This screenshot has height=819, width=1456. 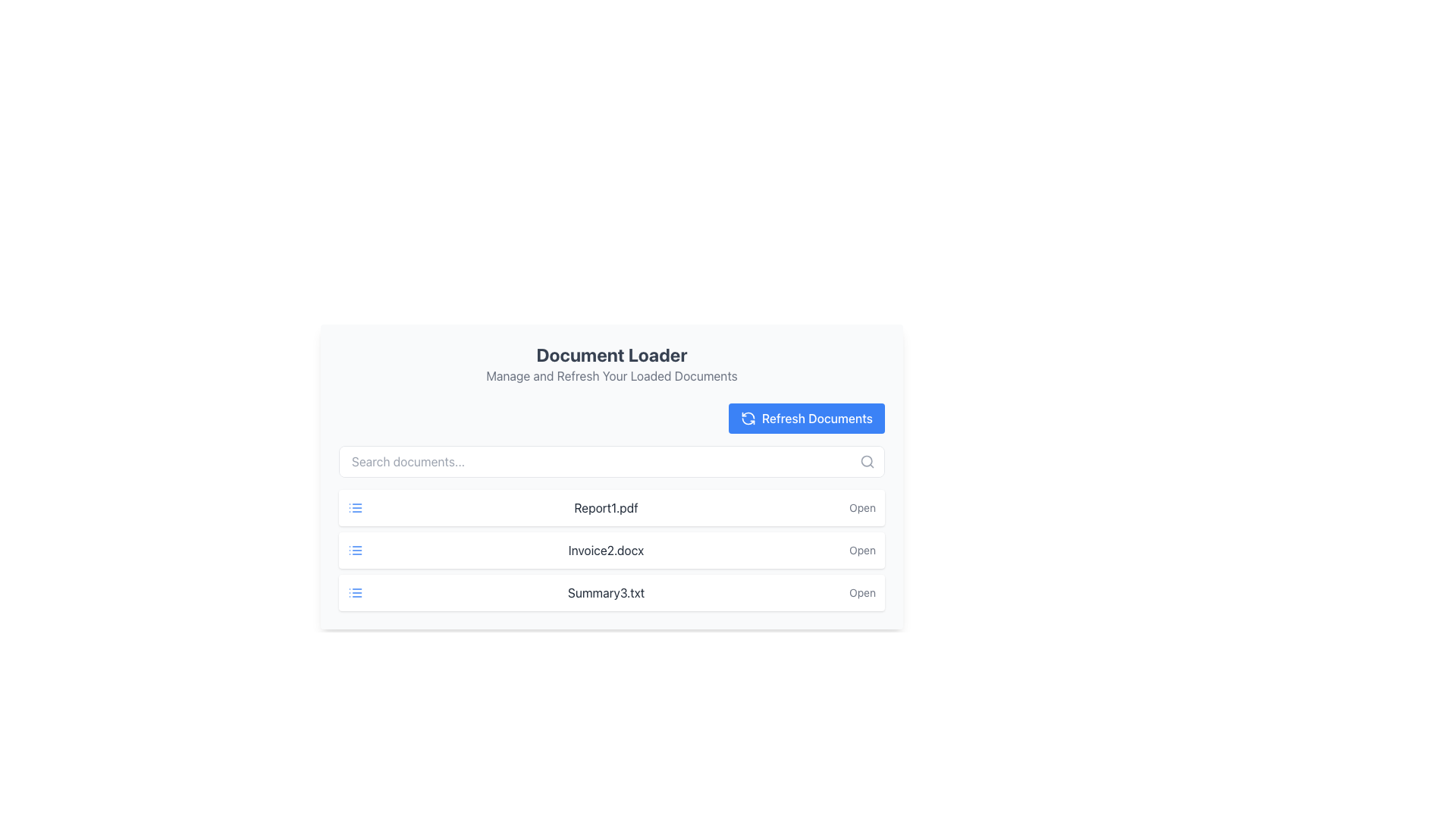 What do you see at coordinates (862, 592) in the screenshot?
I see `the interactive link at the rightmost end of the row` at bounding box center [862, 592].